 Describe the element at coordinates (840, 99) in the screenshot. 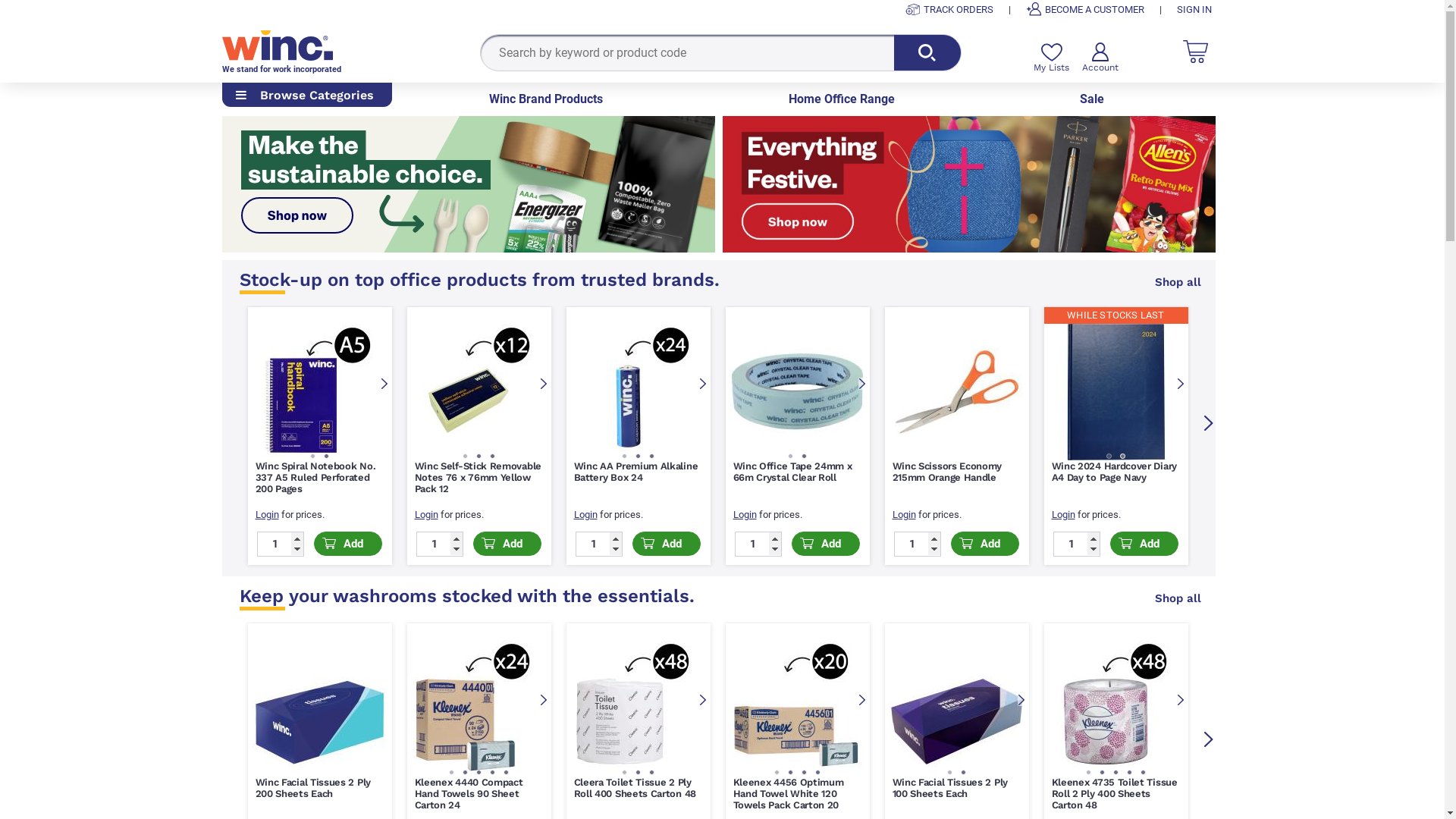

I see `'Home Office Range'` at that location.